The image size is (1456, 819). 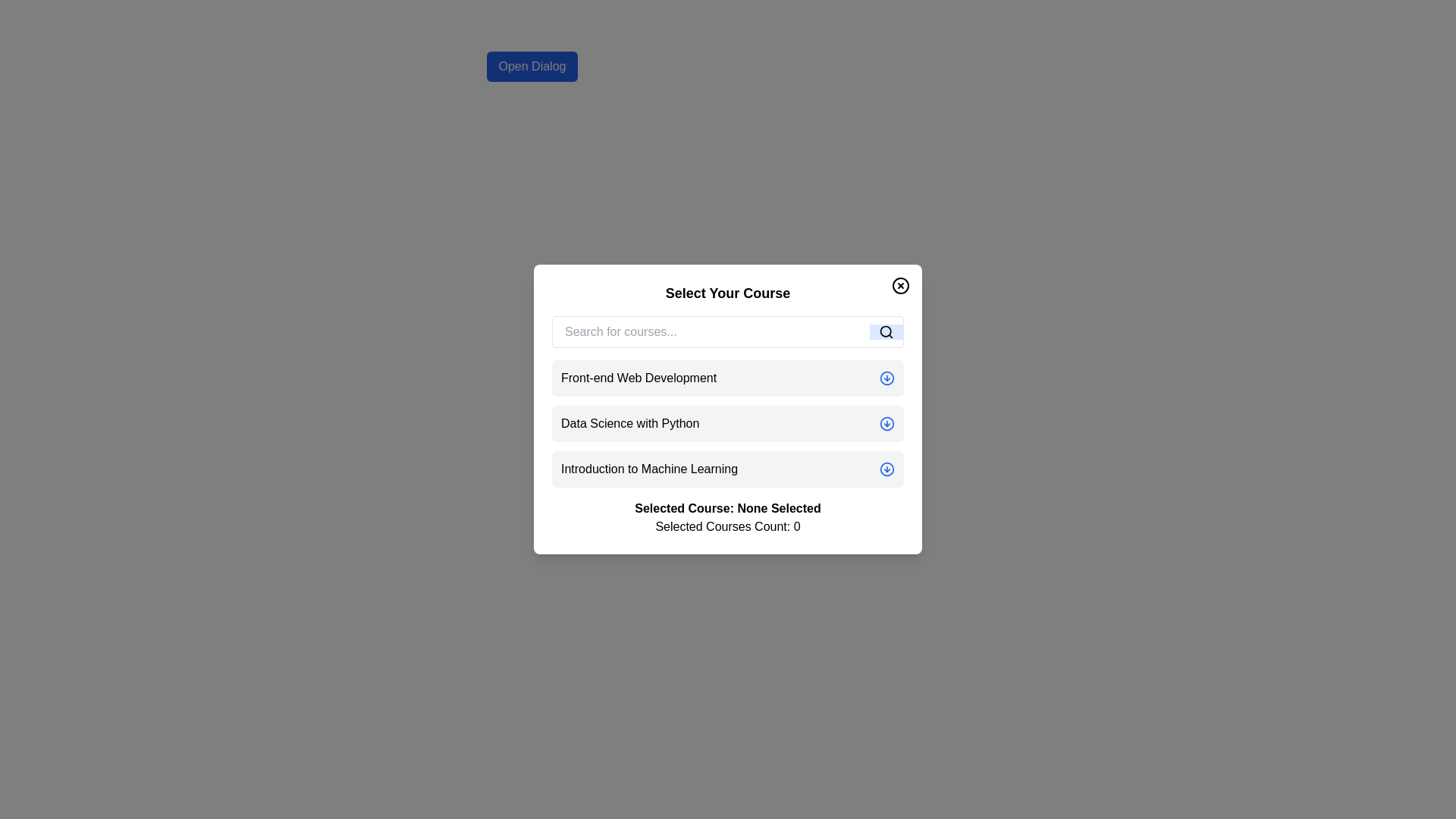 I want to click on the second item in the list for the 'Data Science with Python' course inside the 'Select Your Course' dialog box, so click(x=728, y=424).